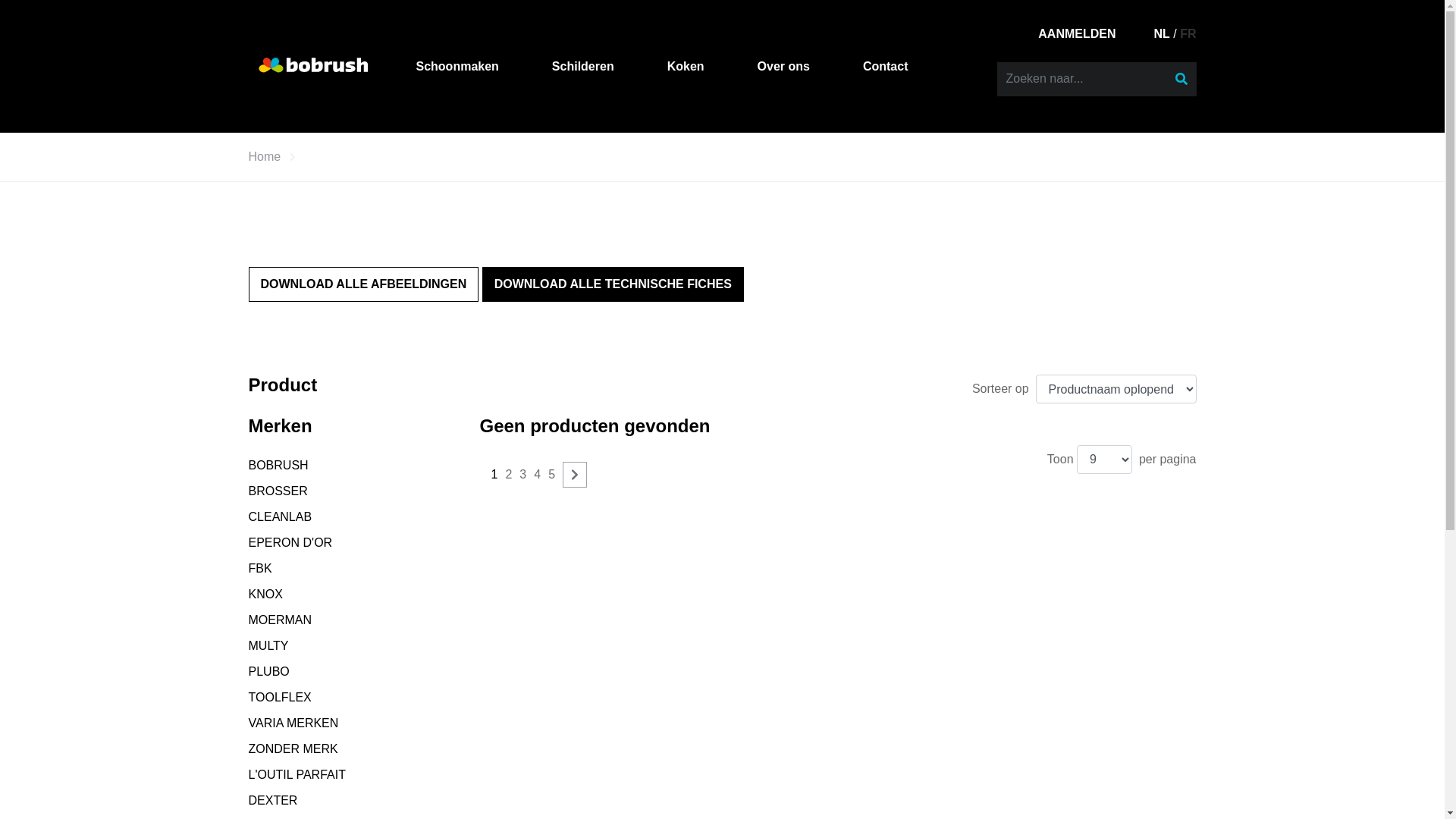  What do you see at coordinates (248, 800) in the screenshot?
I see `'DEXTER'` at bounding box center [248, 800].